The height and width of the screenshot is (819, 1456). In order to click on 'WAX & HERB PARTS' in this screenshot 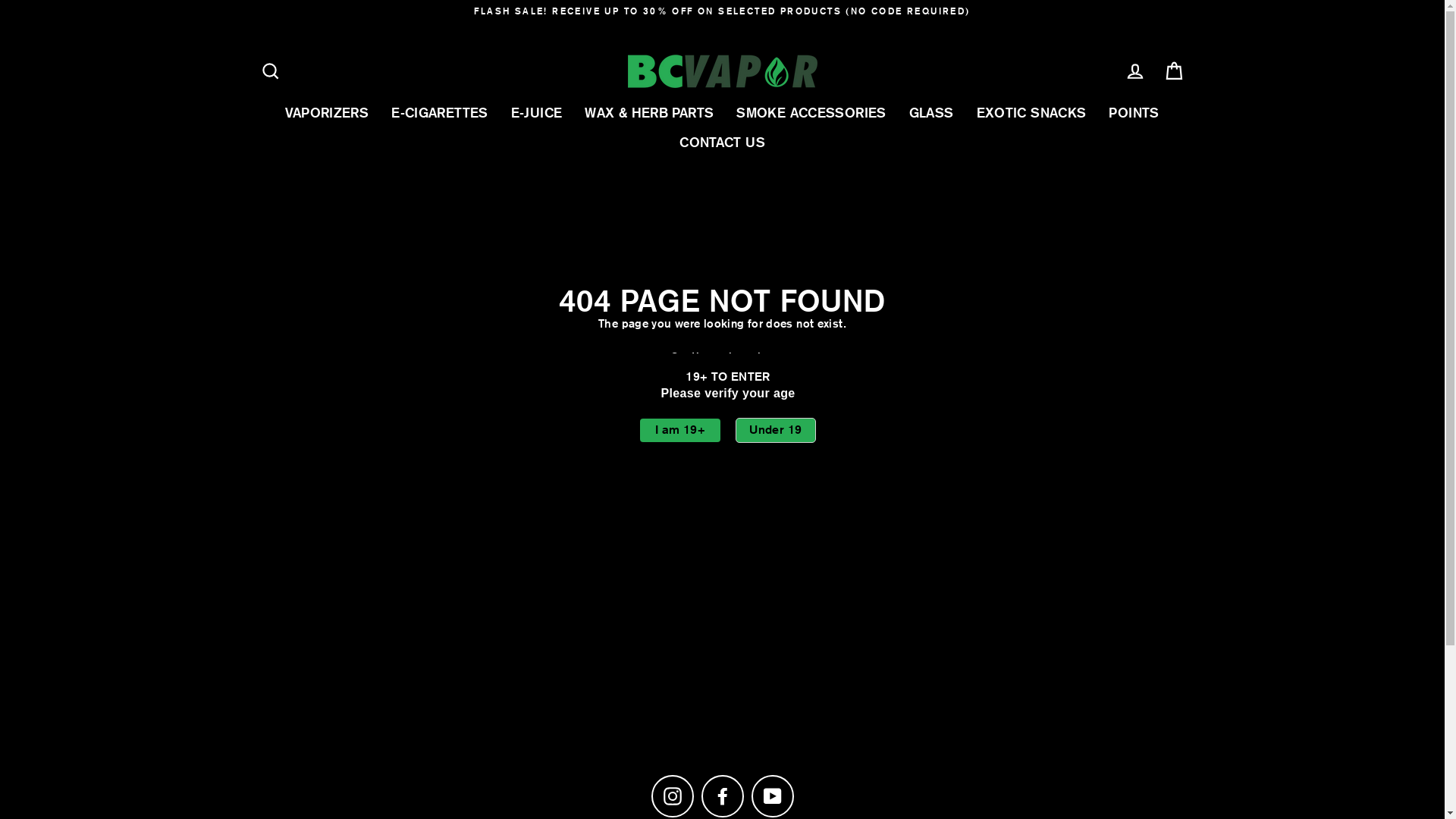, I will do `click(648, 111)`.